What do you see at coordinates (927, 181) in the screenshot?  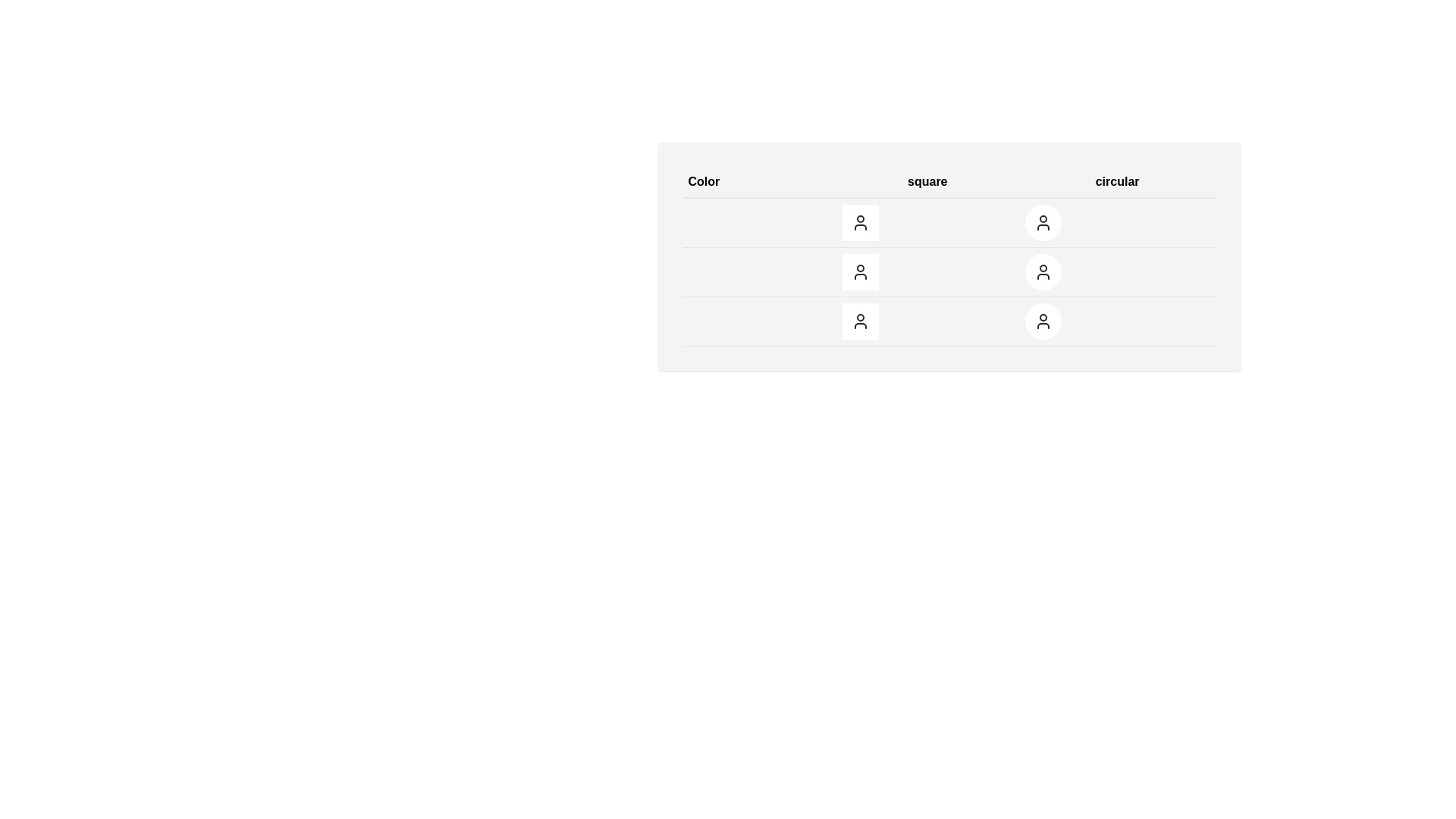 I see `the text label that represents 'square', positioned in the center column of a row with 'Color' on the left and 'circular' on the right` at bounding box center [927, 181].